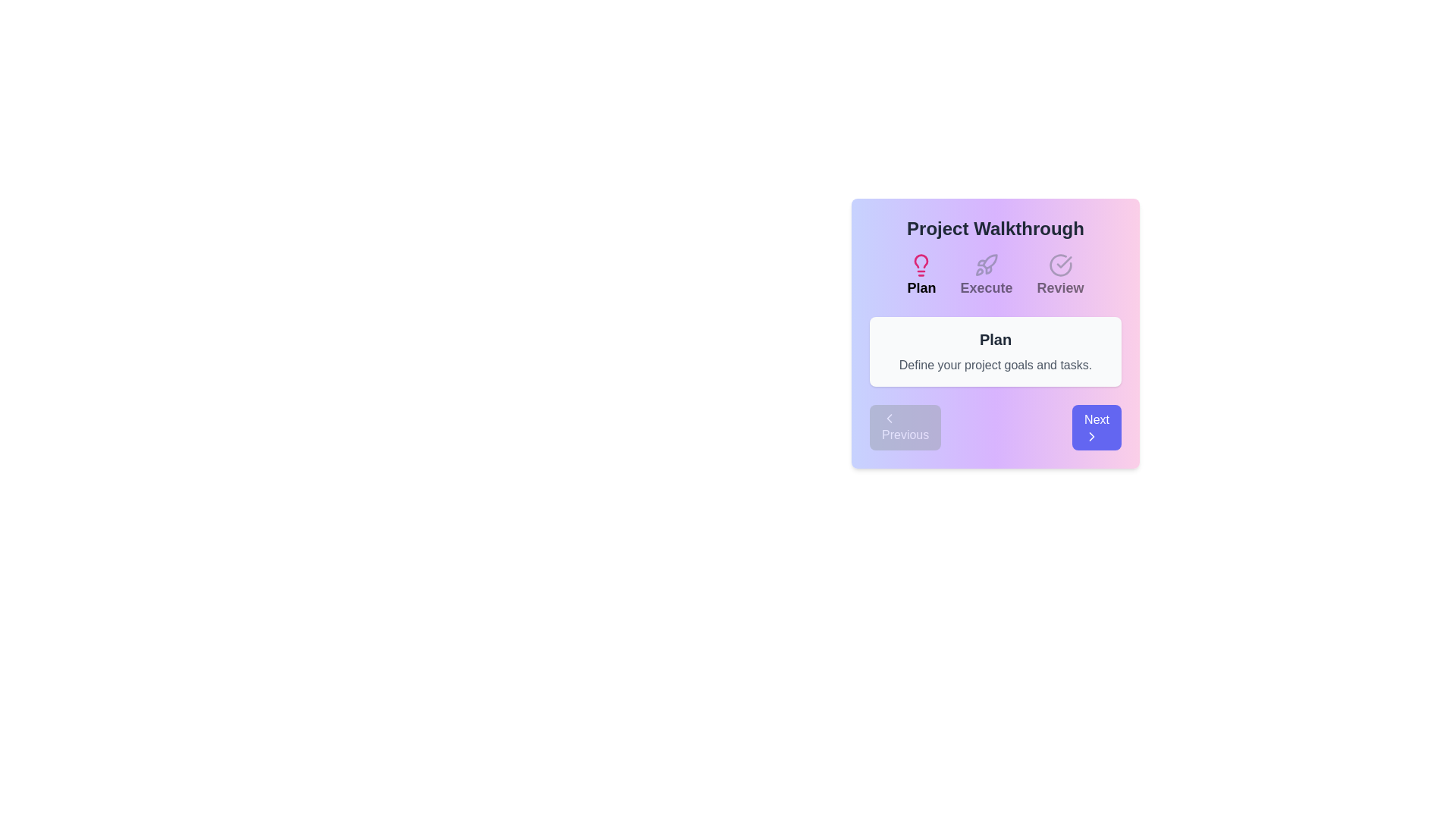 Image resolution: width=1456 pixels, height=819 pixels. I want to click on the icon of the step Plan, so click(921, 265).